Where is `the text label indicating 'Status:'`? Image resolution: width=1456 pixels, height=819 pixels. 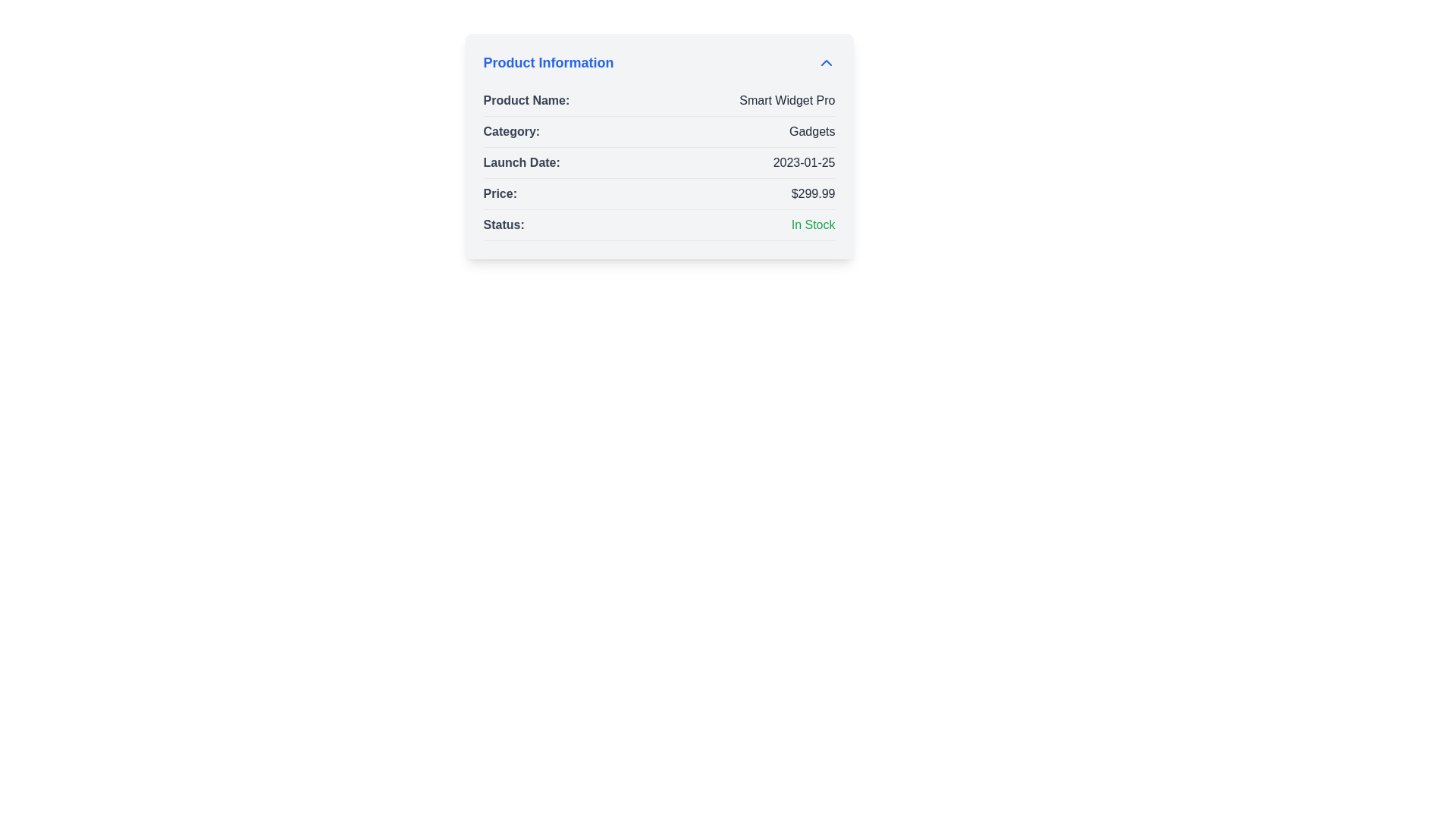 the text label indicating 'Status:' is located at coordinates (504, 225).